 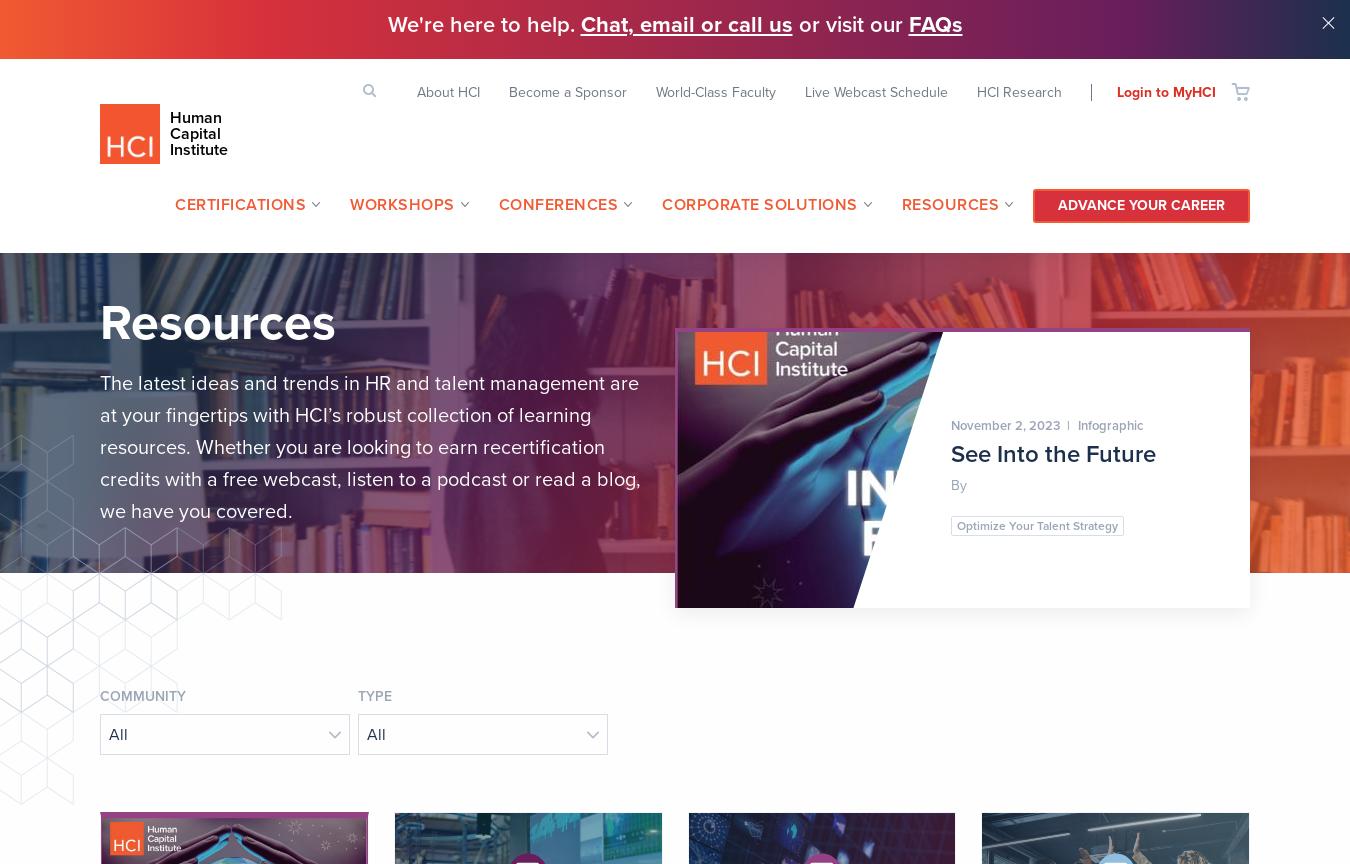 What do you see at coordinates (934, 24) in the screenshot?
I see `'FAQs'` at bounding box center [934, 24].